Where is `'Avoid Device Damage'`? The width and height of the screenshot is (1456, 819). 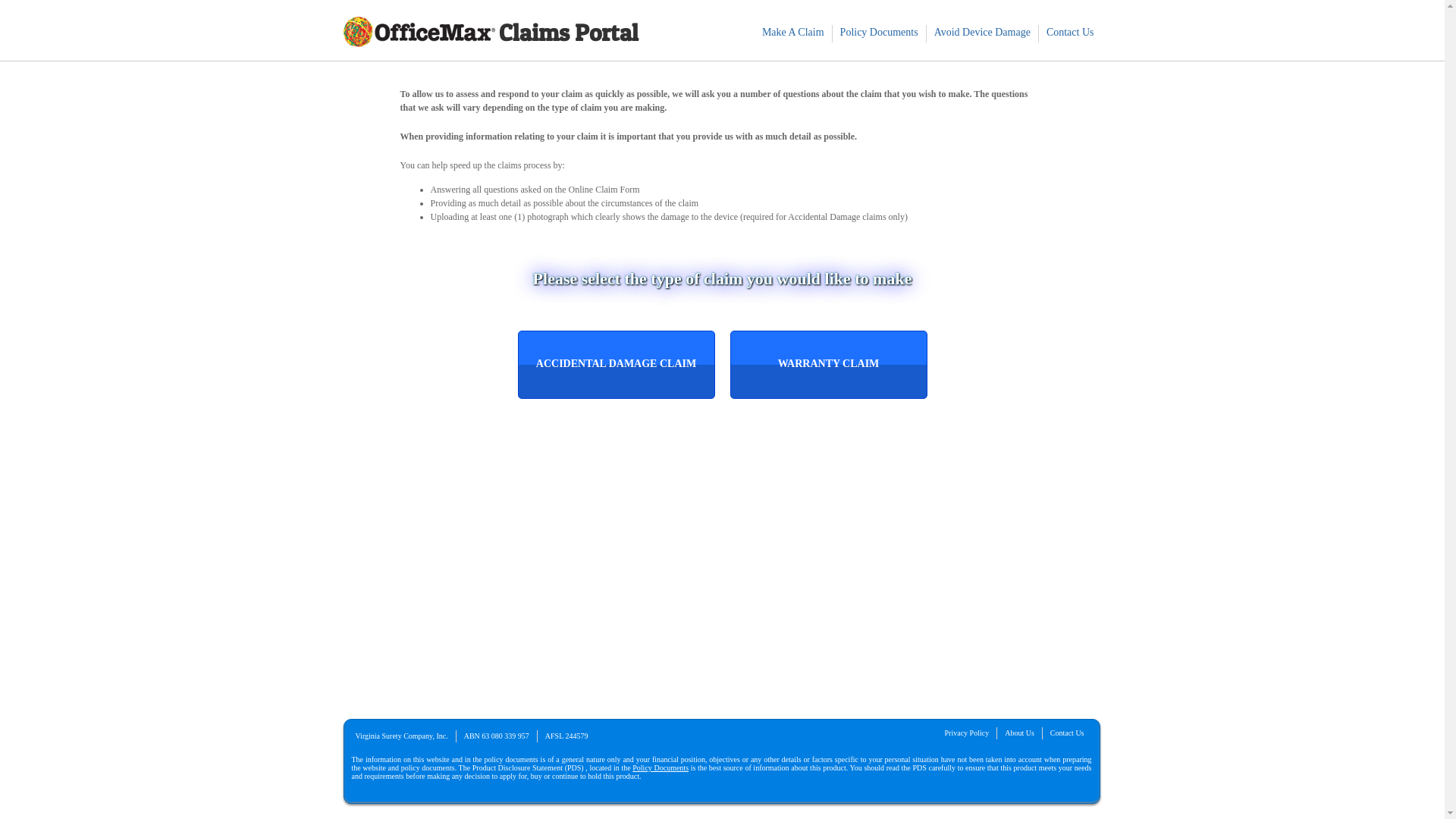 'Avoid Device Damage' is located at coordinates (982, 32).